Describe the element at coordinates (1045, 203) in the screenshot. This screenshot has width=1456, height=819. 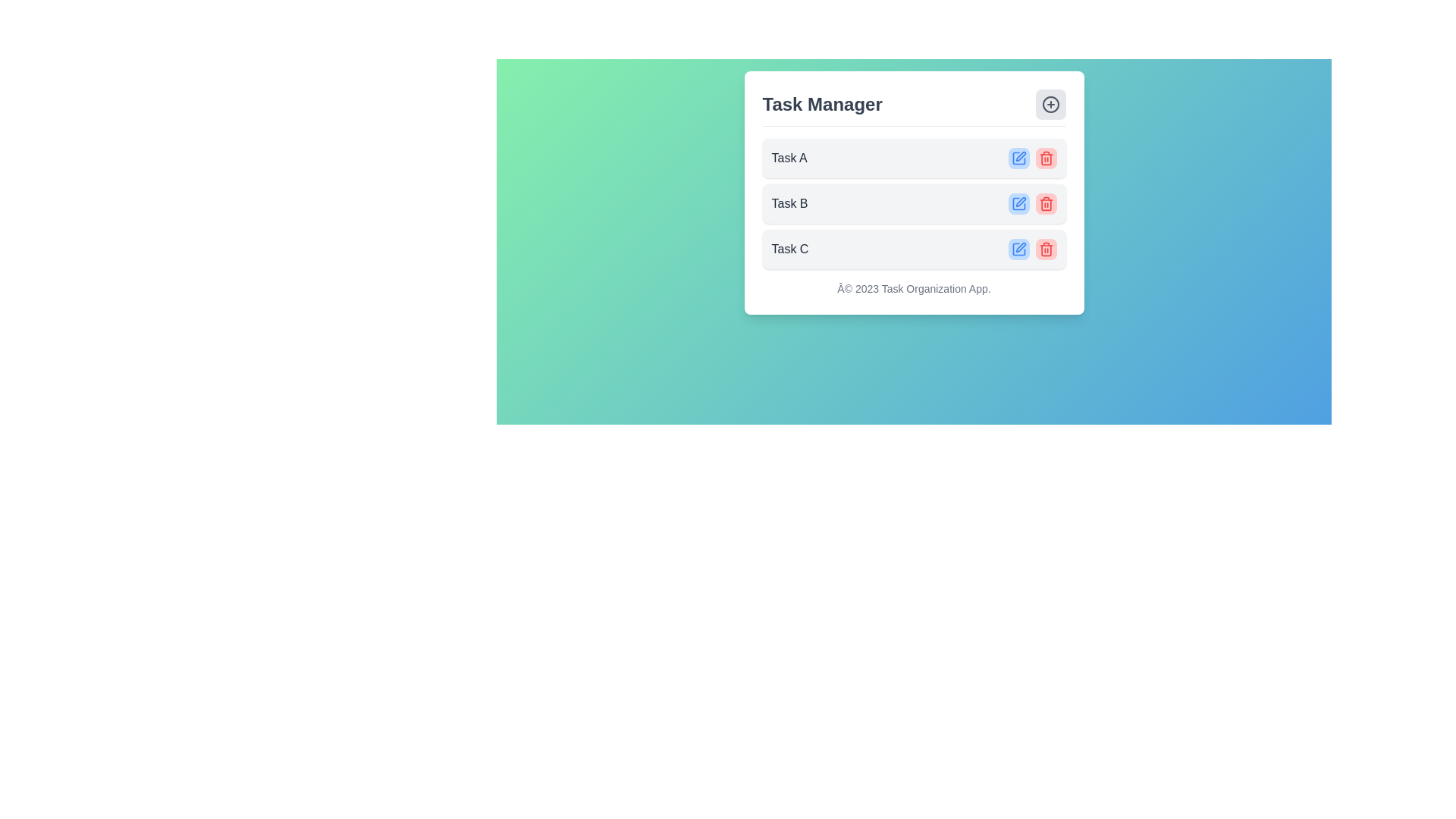
I see `the trash can icon button with a red background located in the second task row of the task manager interface` at that location.